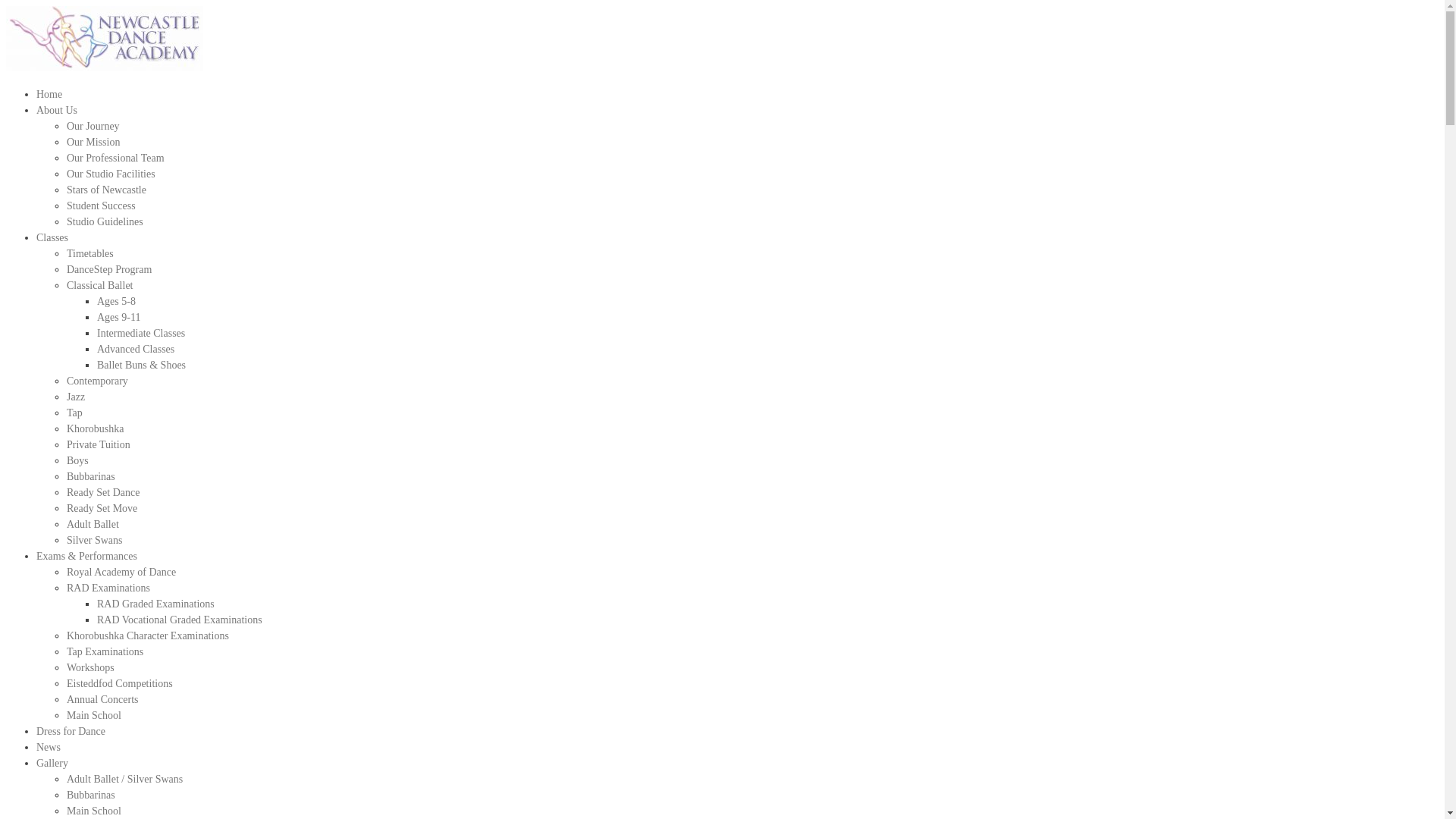  What do you see at coordinates (102, 492) in the screenshot?
I see `'Ready Set Dance'` at bounding box center [102, 492].